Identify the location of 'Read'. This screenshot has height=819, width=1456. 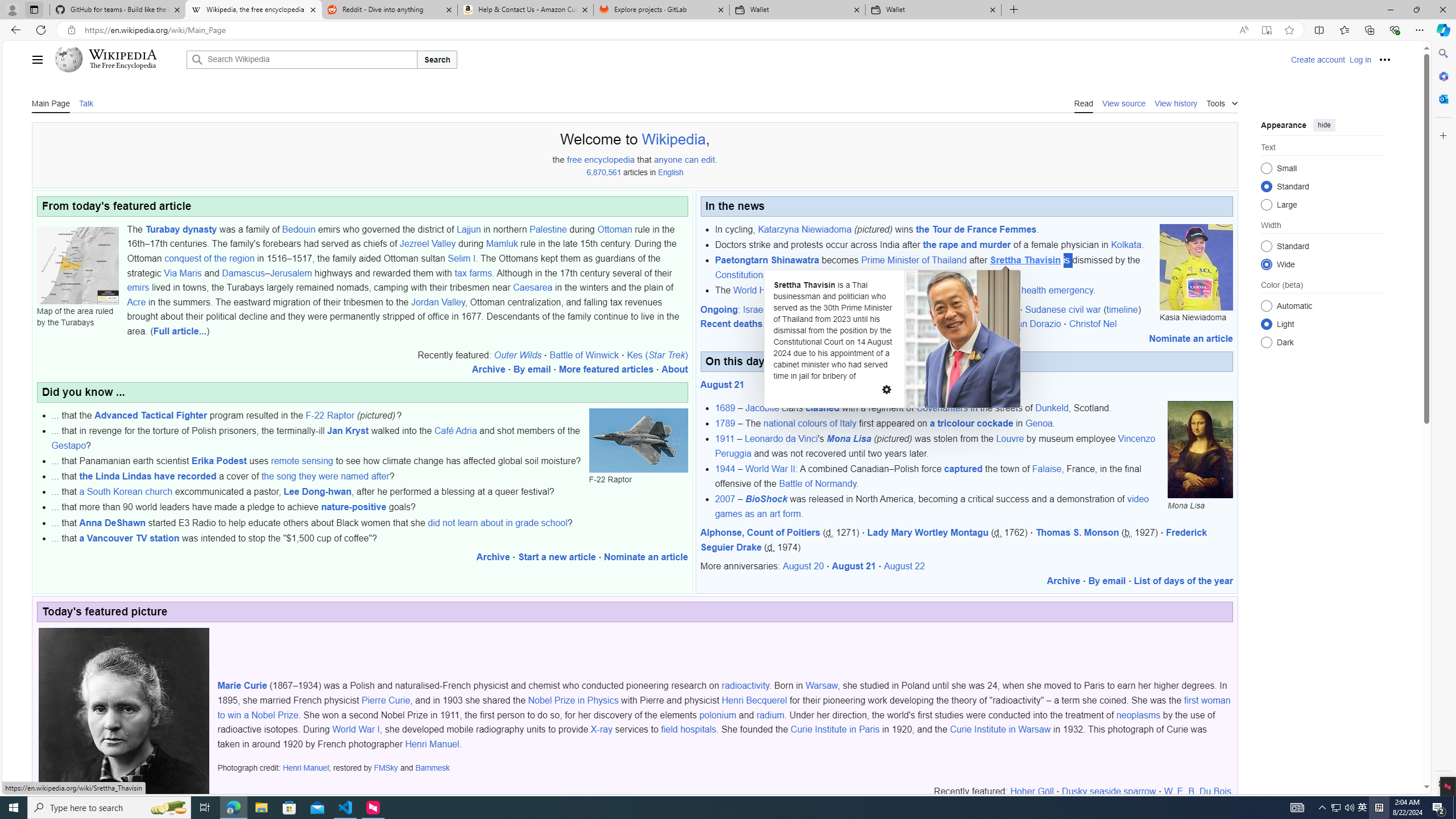
(1083, 102).